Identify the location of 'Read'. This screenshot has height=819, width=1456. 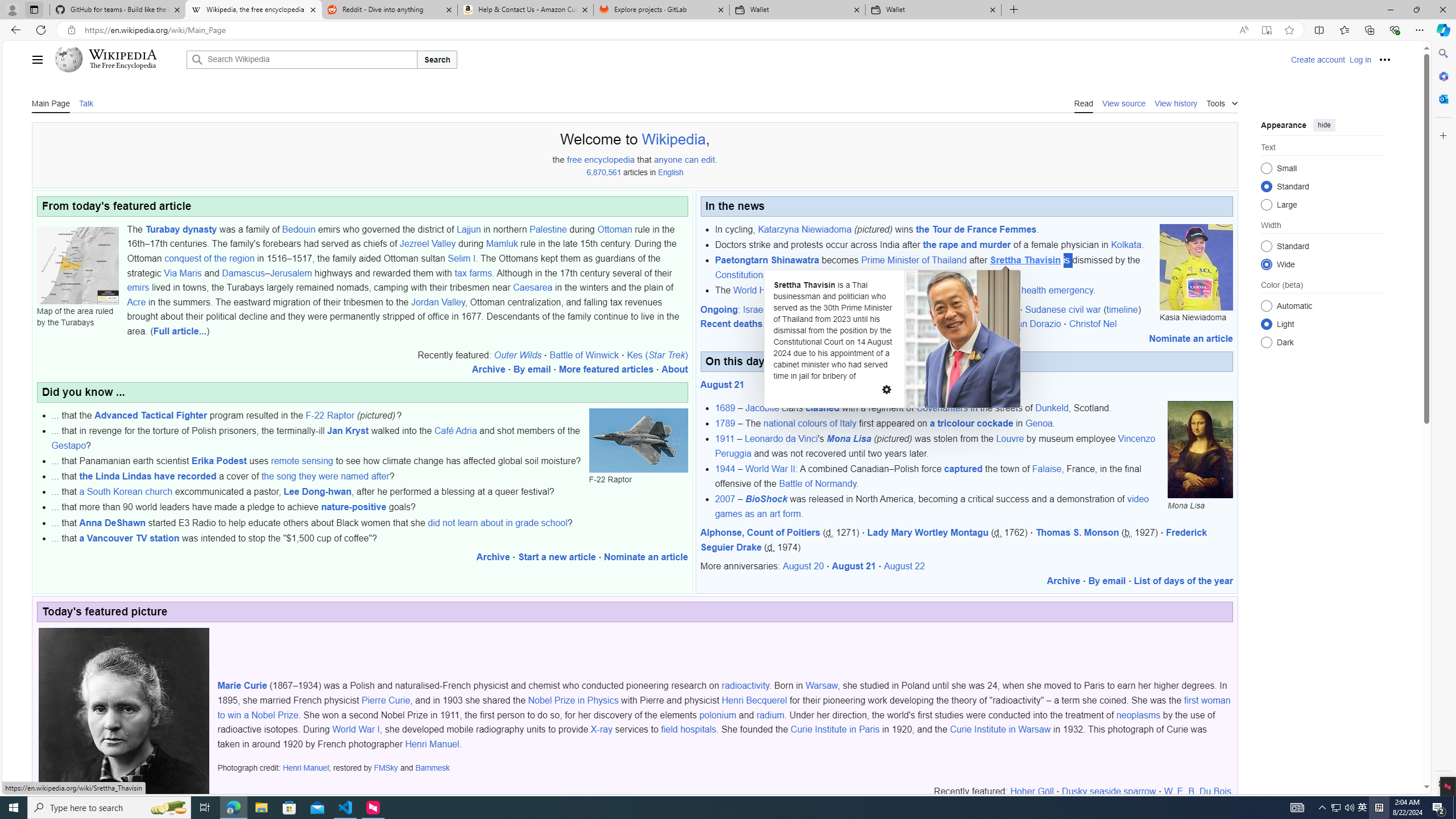
(1083, 102).